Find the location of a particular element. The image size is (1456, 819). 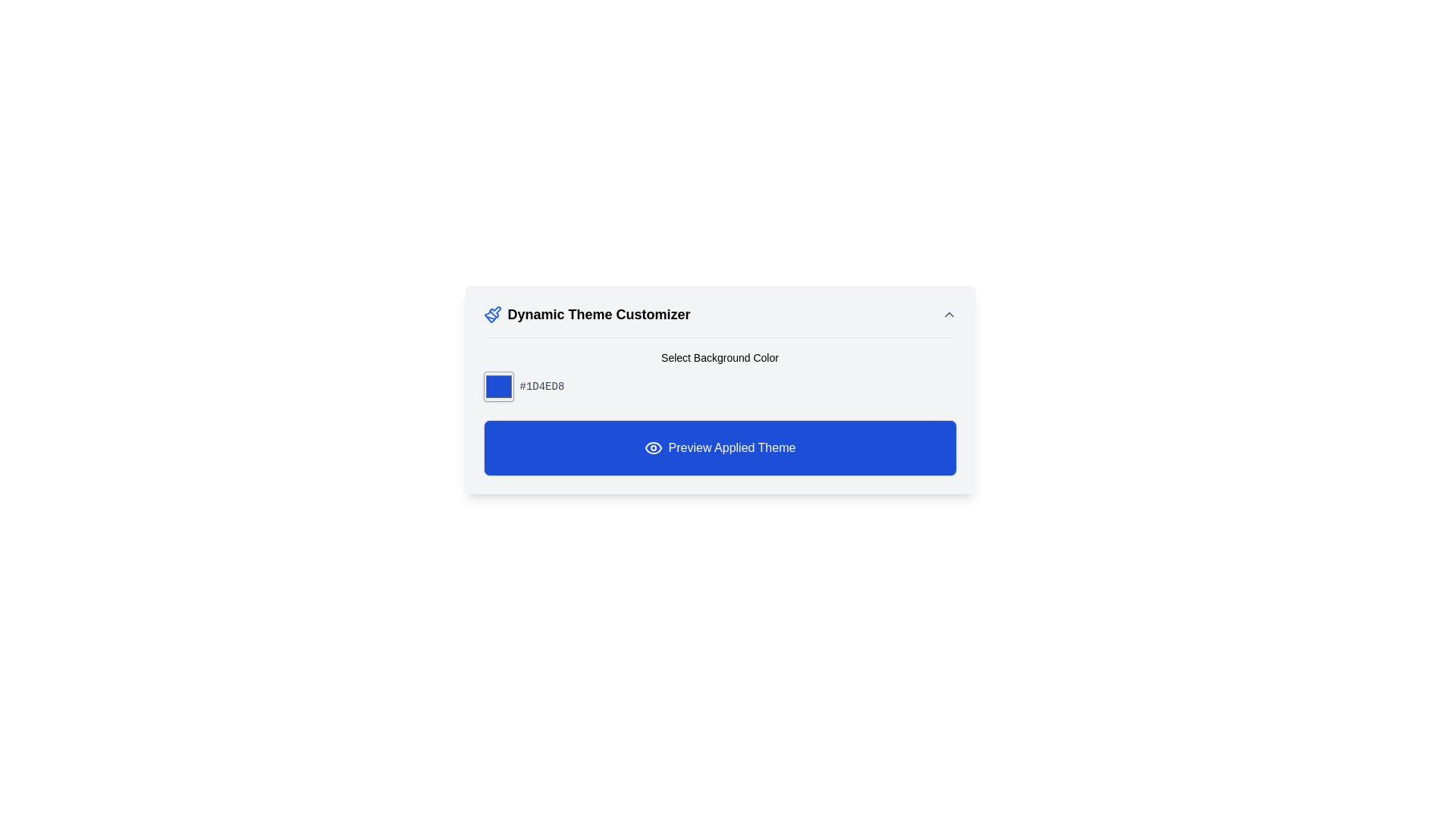

the 'eye' icon which is located within the 'Preview Applied Theme' blue button, positioned towards the center left before the text is located at coordinates (653, 447).